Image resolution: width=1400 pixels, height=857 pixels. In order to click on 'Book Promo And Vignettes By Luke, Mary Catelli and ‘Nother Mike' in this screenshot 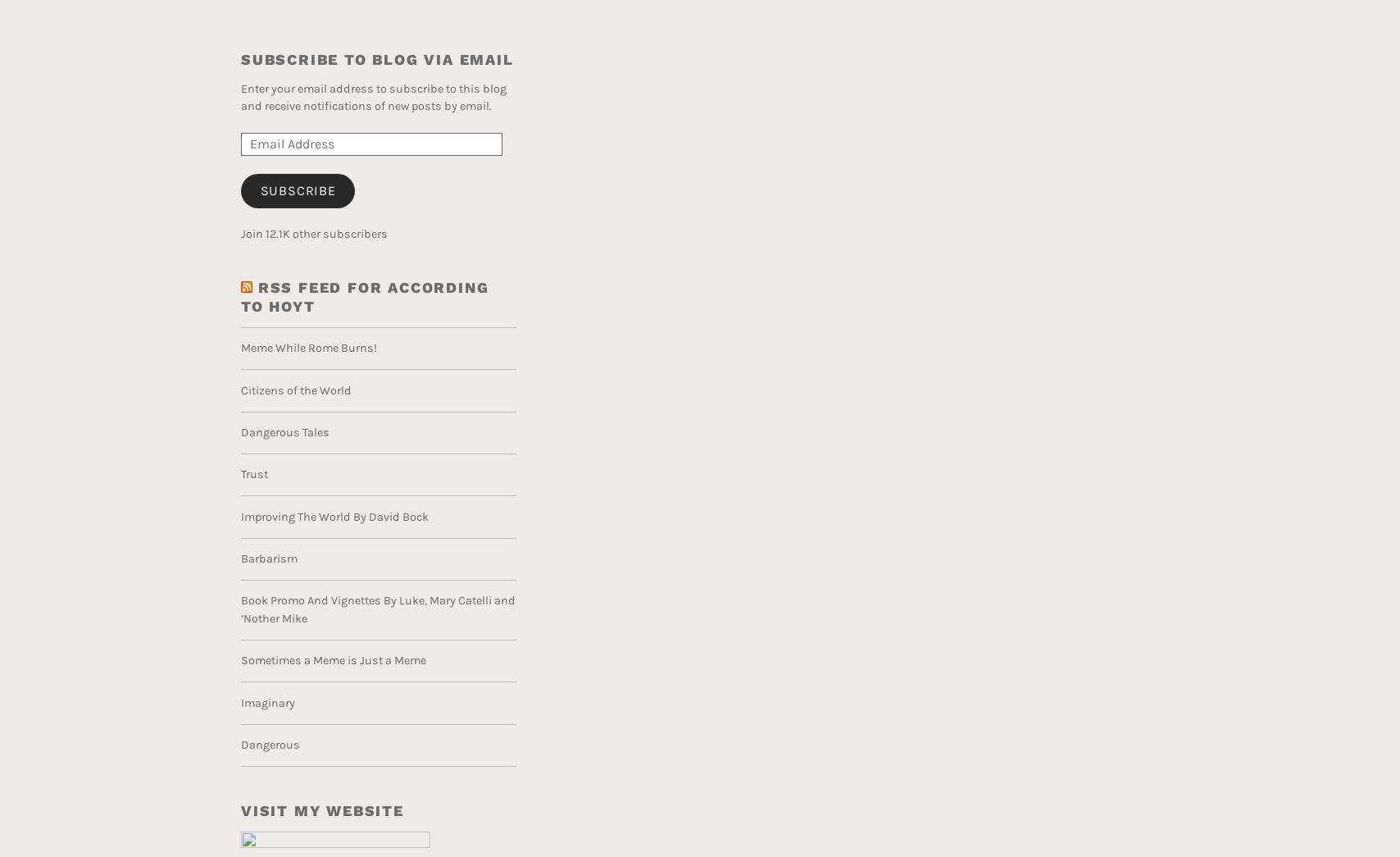, I will do `click(378, 609)`.